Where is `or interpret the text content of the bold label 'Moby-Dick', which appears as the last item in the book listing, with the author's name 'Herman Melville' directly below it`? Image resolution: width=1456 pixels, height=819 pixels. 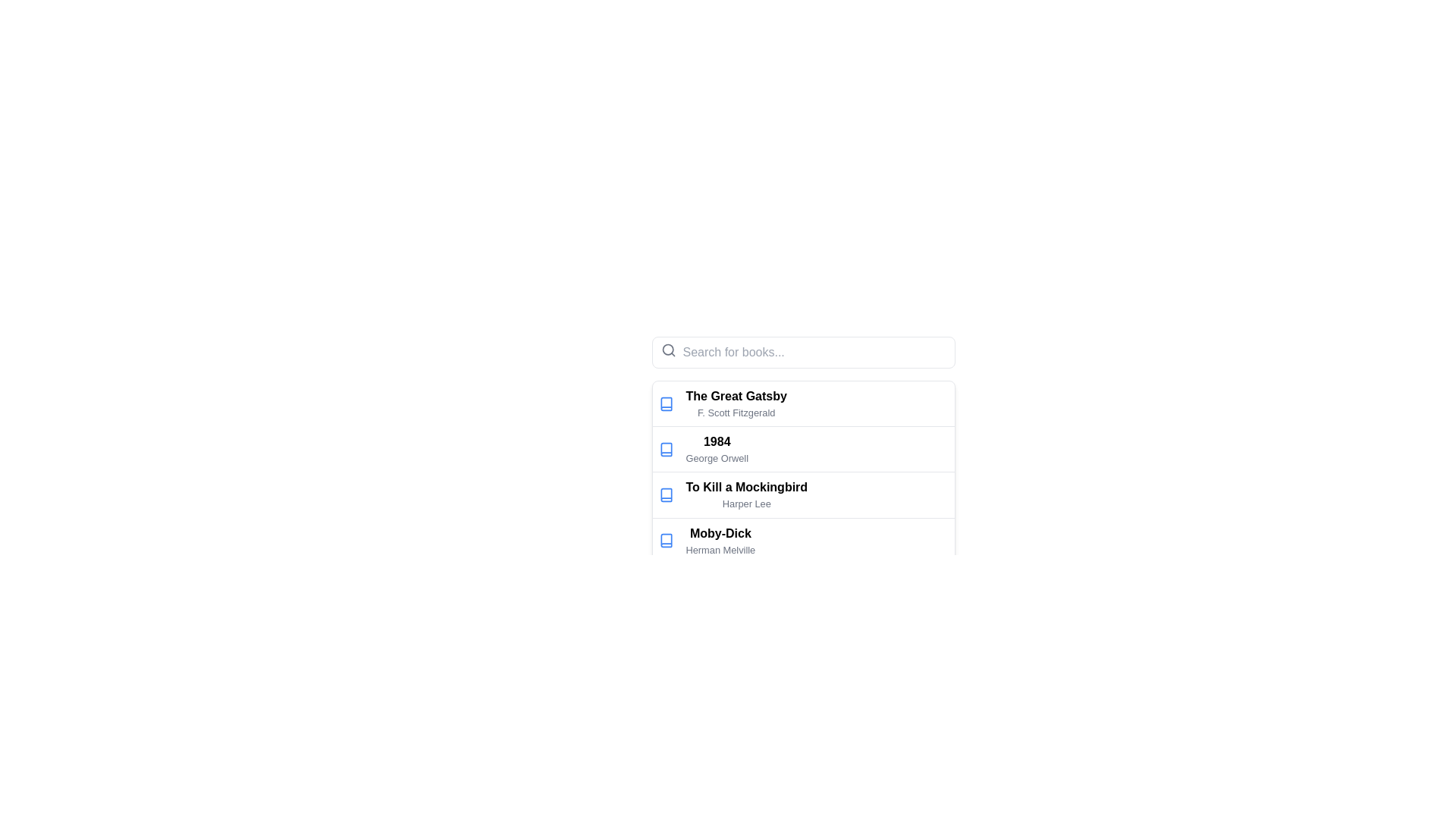 or interpret the text content of the bold label 'Moby-Dick', which appears as the last item in the book listing, with the author's name 'Herman Melville' directly below it is located at coordinates (720, 532).